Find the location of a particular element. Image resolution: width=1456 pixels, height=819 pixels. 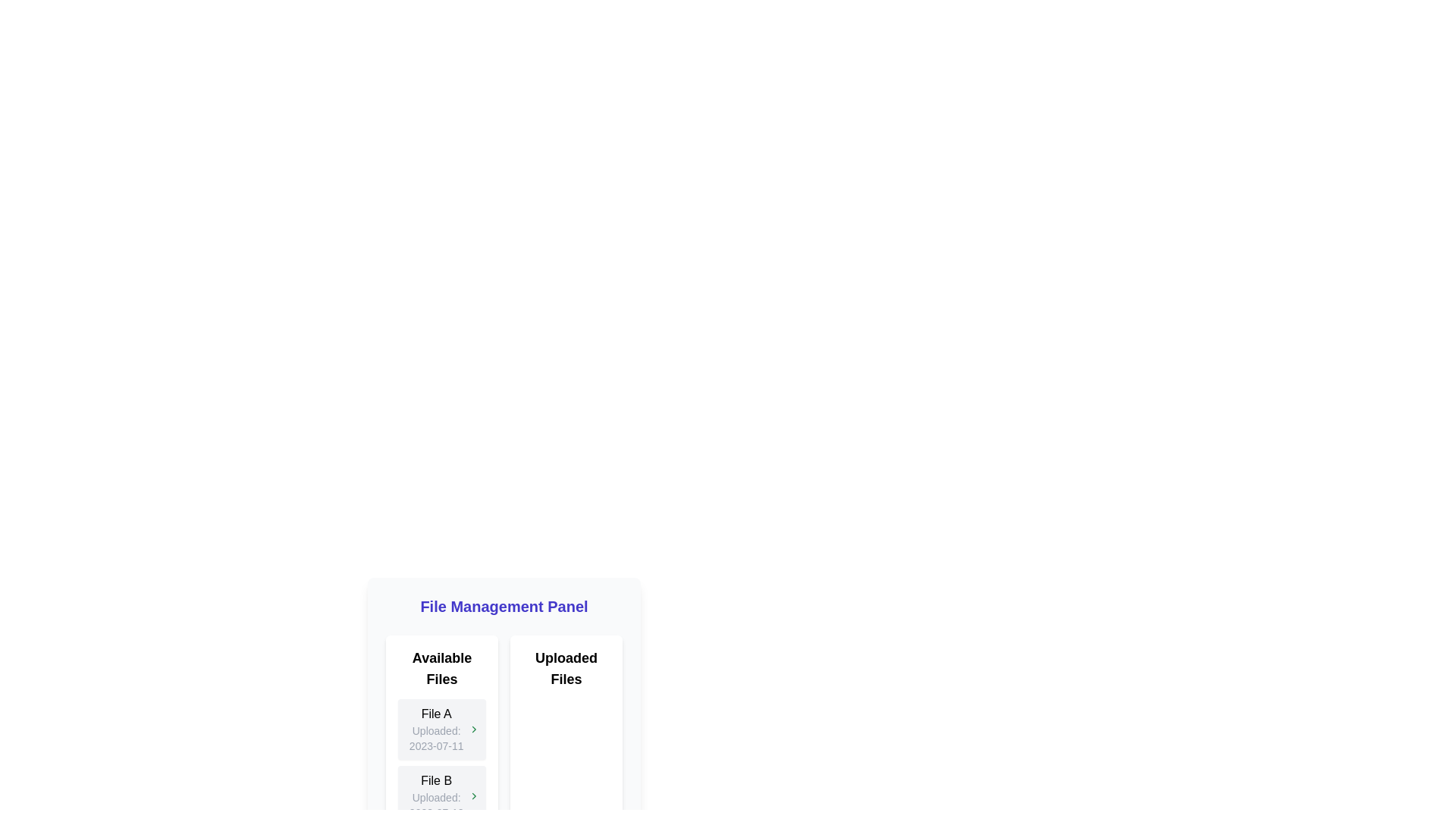

the green chevron icon pointing to the right, located immediately to the right of the text 'File B' in the 'Available Files' section is located at coordinates (473, 795).